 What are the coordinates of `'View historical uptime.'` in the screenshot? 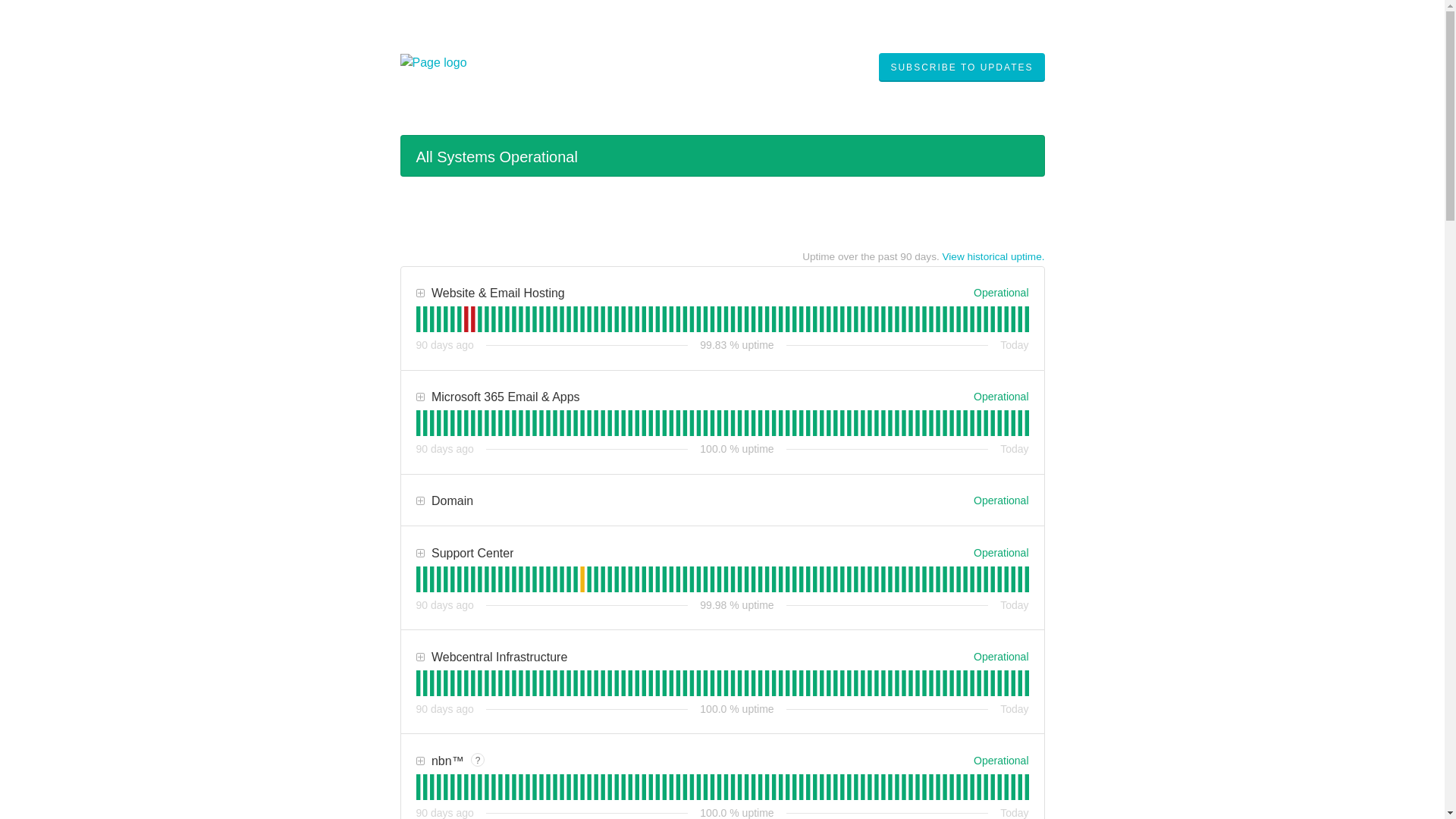 It's located at (941, 256).